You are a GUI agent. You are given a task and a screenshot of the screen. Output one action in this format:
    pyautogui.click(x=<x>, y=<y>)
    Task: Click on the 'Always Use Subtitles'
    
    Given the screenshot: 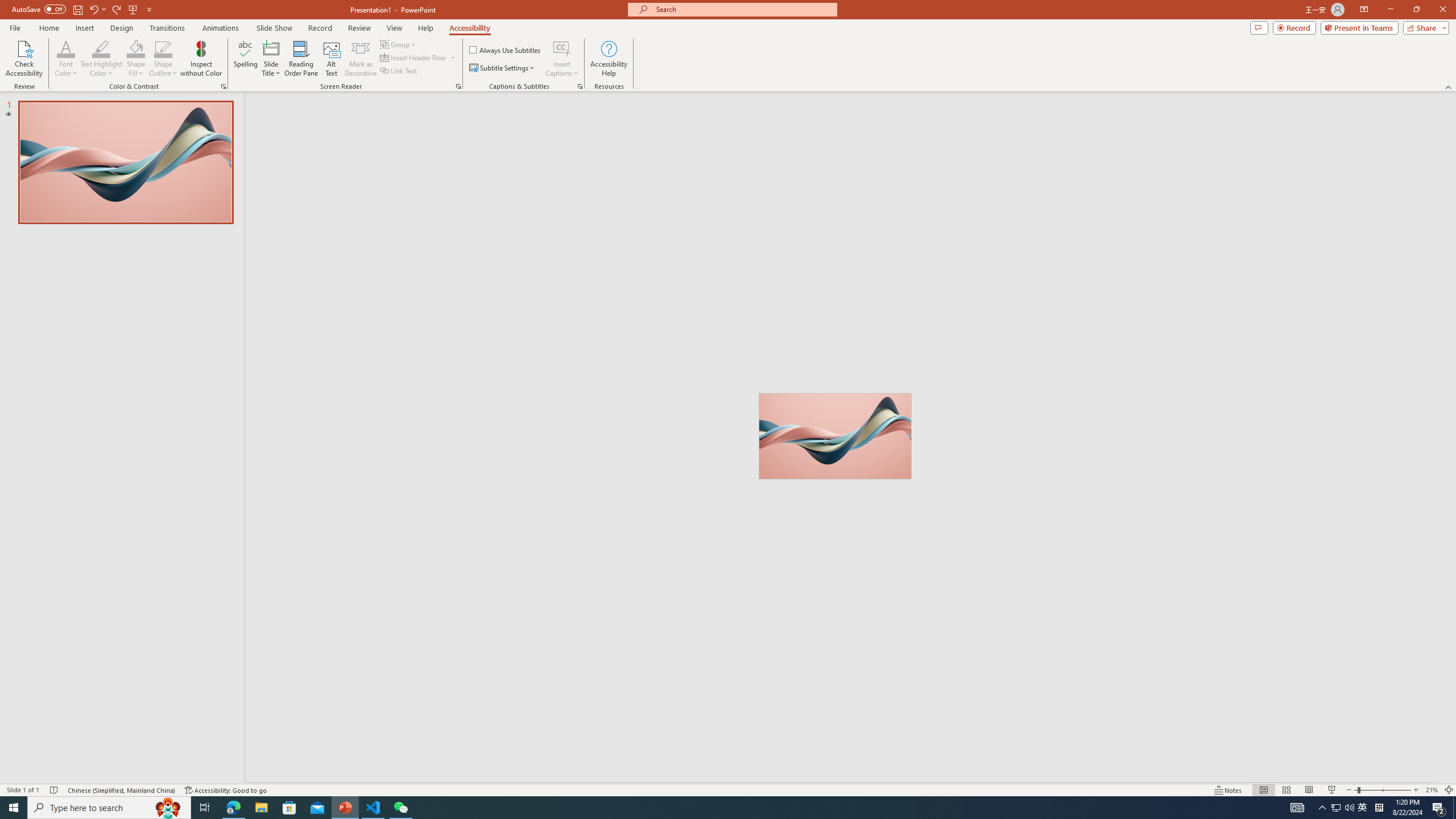 What is the action you would take?
    pyautogui.click(x=505, y=49)
    